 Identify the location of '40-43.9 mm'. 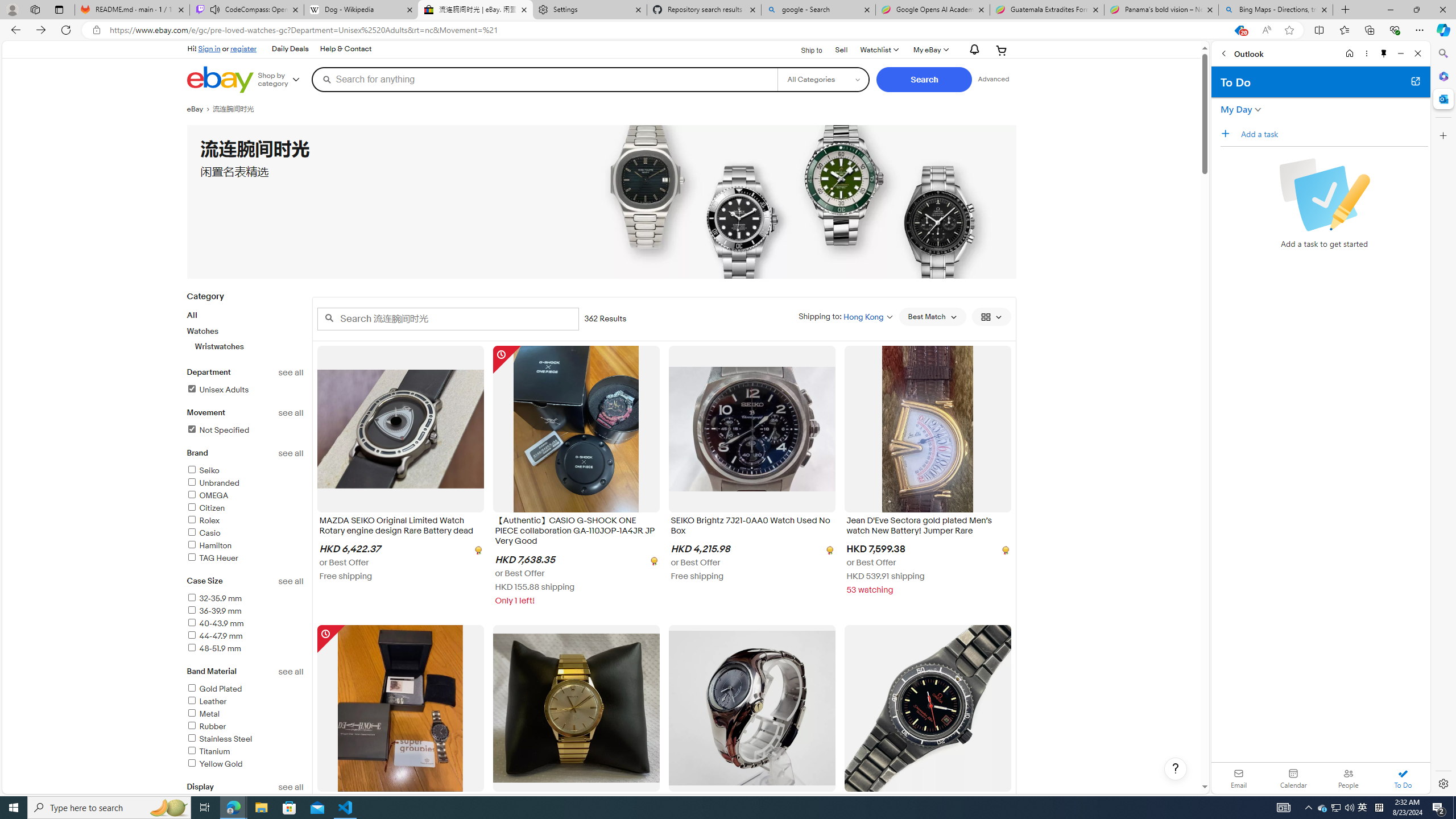
(215, 623).